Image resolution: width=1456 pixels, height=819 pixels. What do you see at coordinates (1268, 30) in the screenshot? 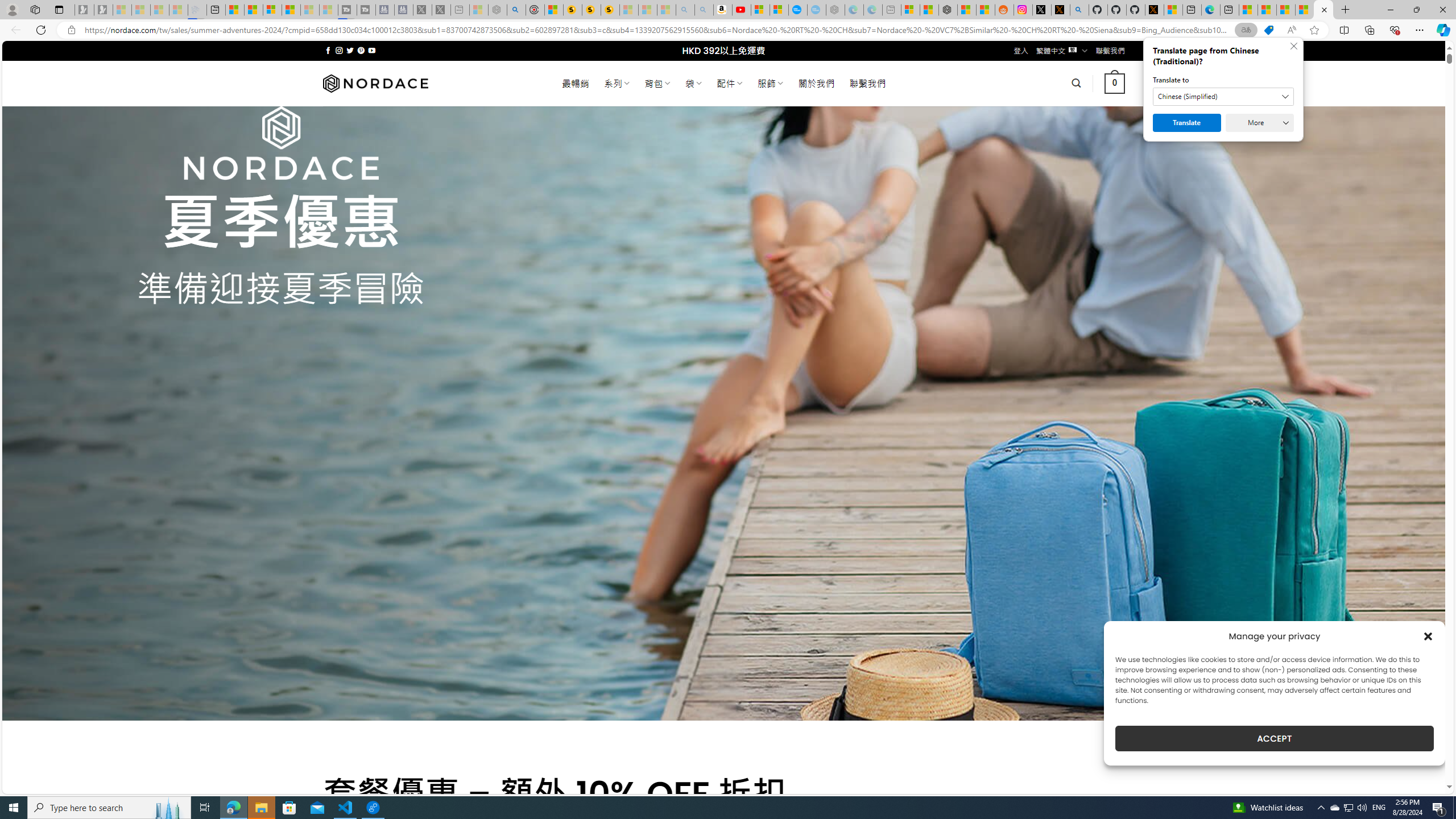
I see `'This site has coupons! Shopping in Microsoft Edge'` at bounding box center [1268, 30].